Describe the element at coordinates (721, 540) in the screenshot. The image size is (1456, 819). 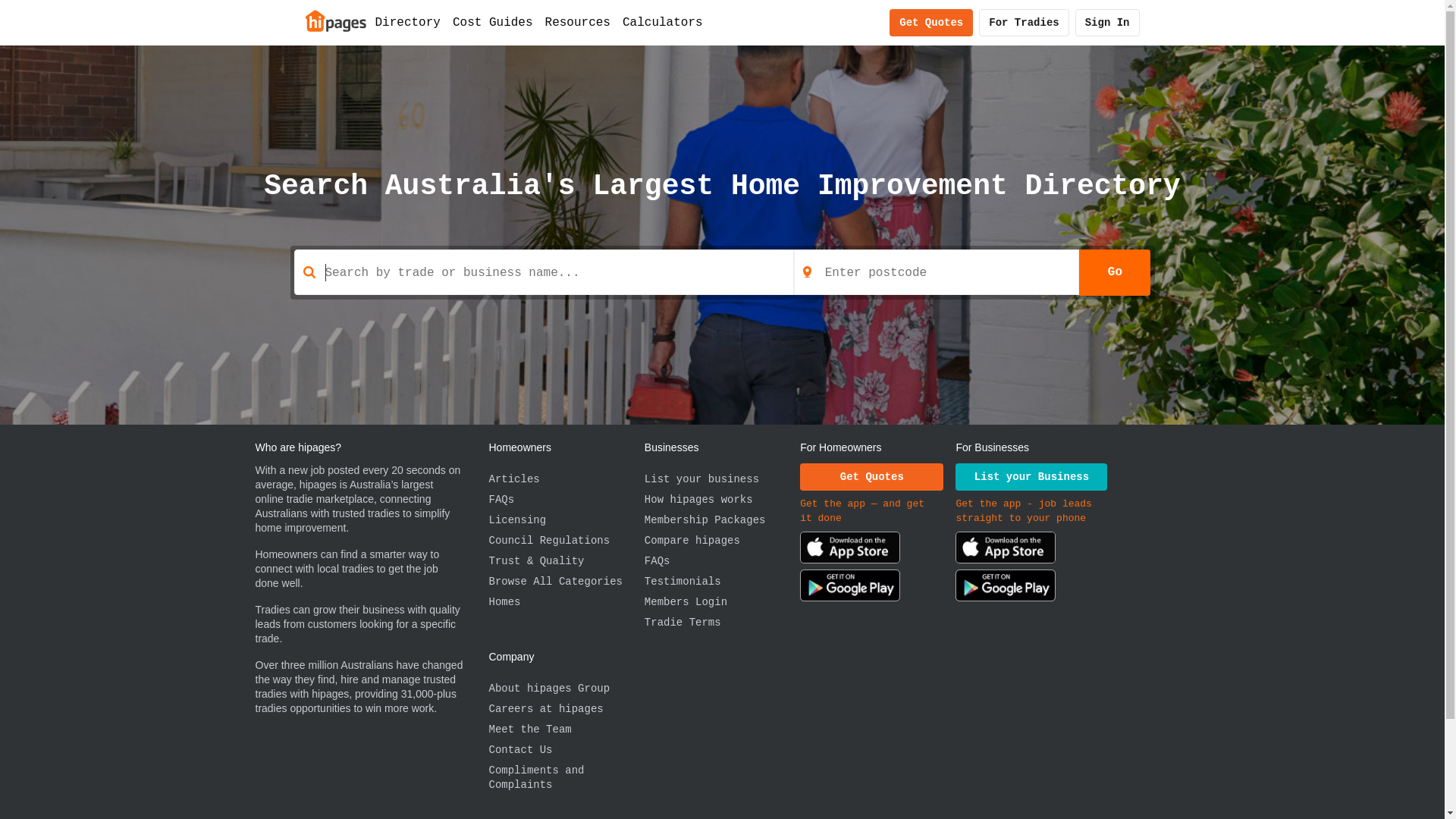
I see `'Compare hipages'` at that location.